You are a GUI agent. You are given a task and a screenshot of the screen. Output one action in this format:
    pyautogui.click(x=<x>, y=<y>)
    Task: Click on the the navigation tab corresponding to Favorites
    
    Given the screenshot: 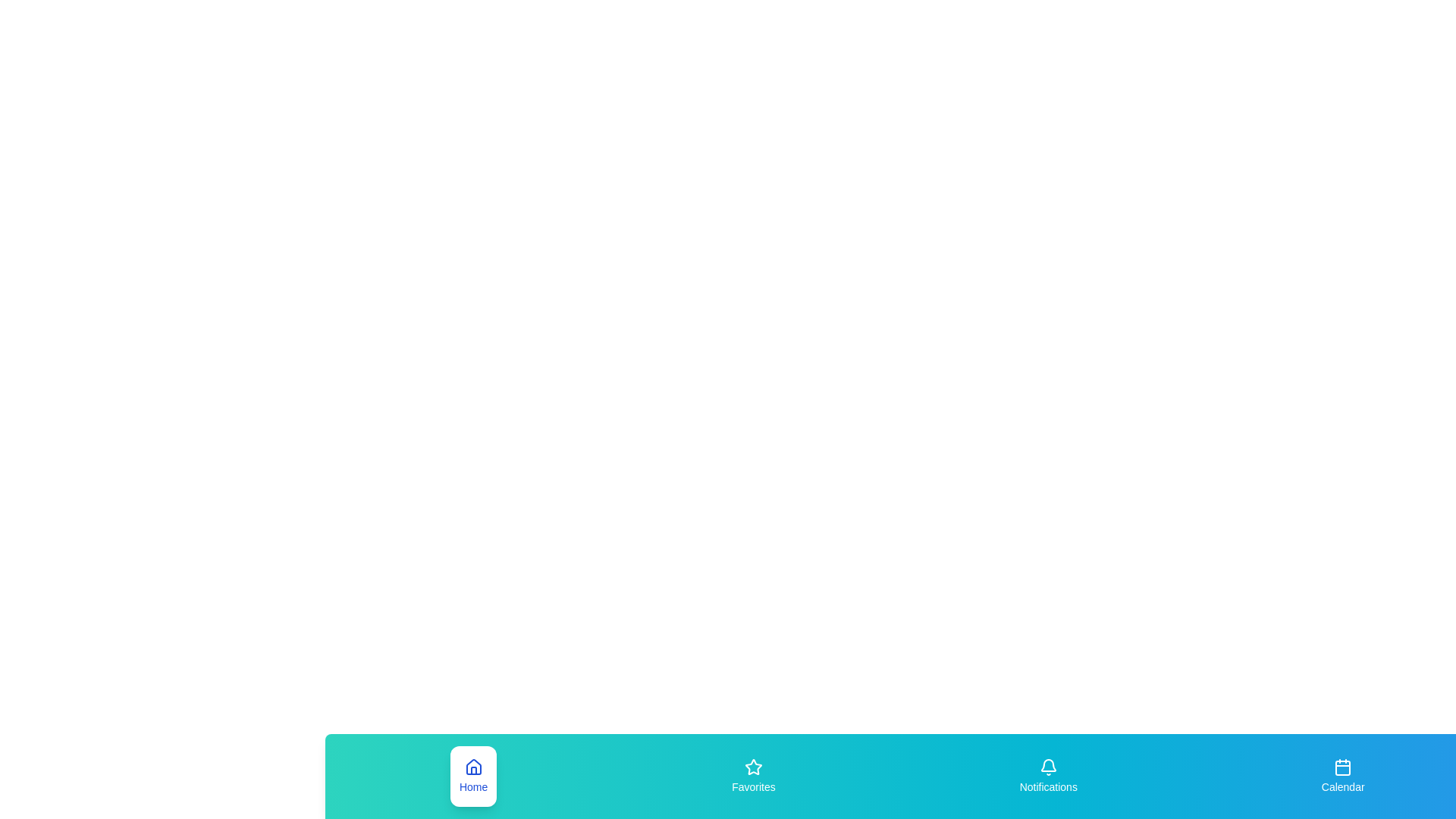 What is the action you would take?
    pyautogui.click(x=753, y=776)
    